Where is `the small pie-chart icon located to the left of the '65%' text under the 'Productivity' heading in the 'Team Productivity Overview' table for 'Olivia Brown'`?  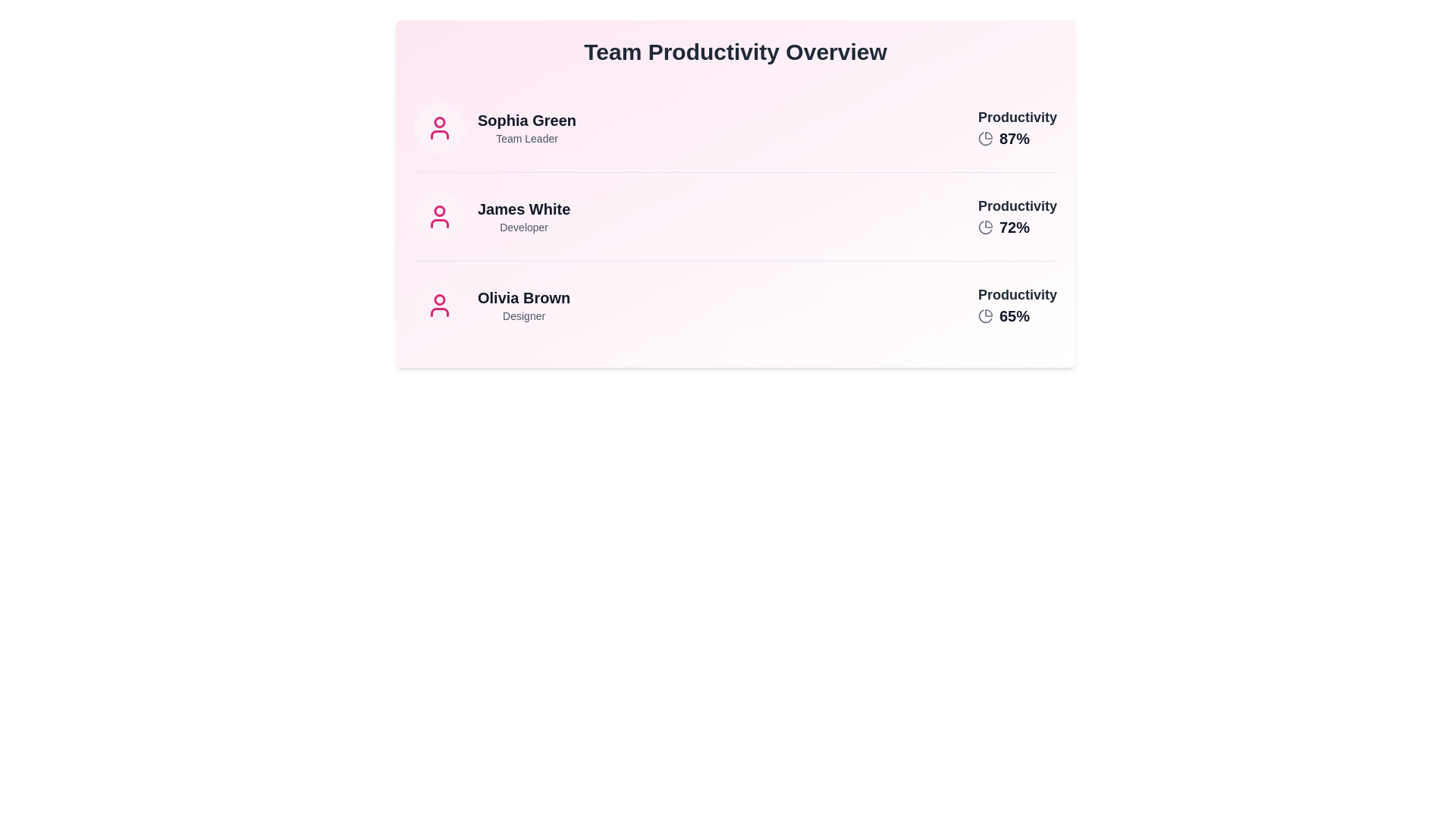 the small pie-chart icon located to the left of the '65%' text under the 'Productivity' heading in the 'Team Productivity Overview' table for 'Olivia Brown' is located at coordinates (986, 315).